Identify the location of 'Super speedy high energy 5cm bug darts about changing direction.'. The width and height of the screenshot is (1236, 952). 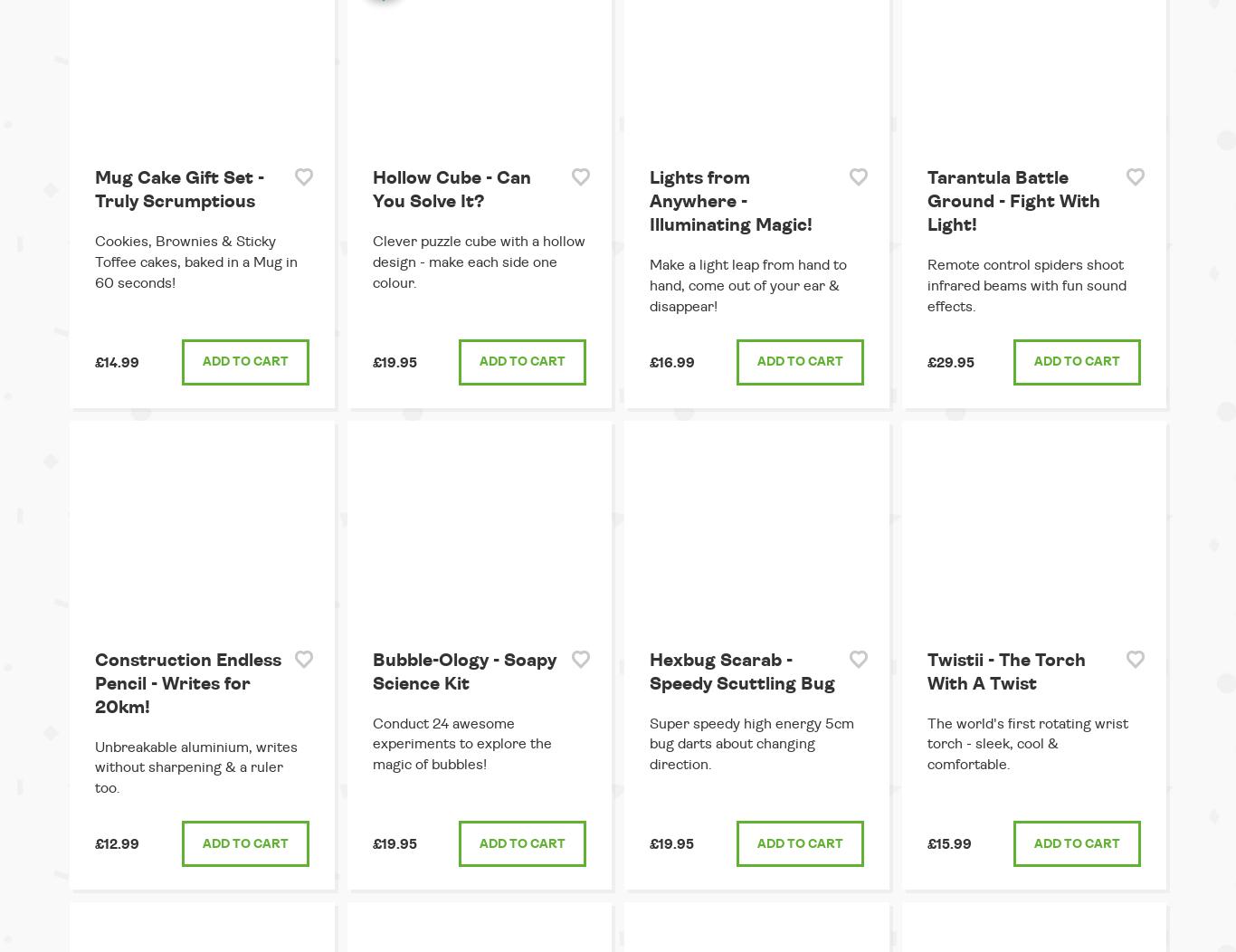
(750, 744).